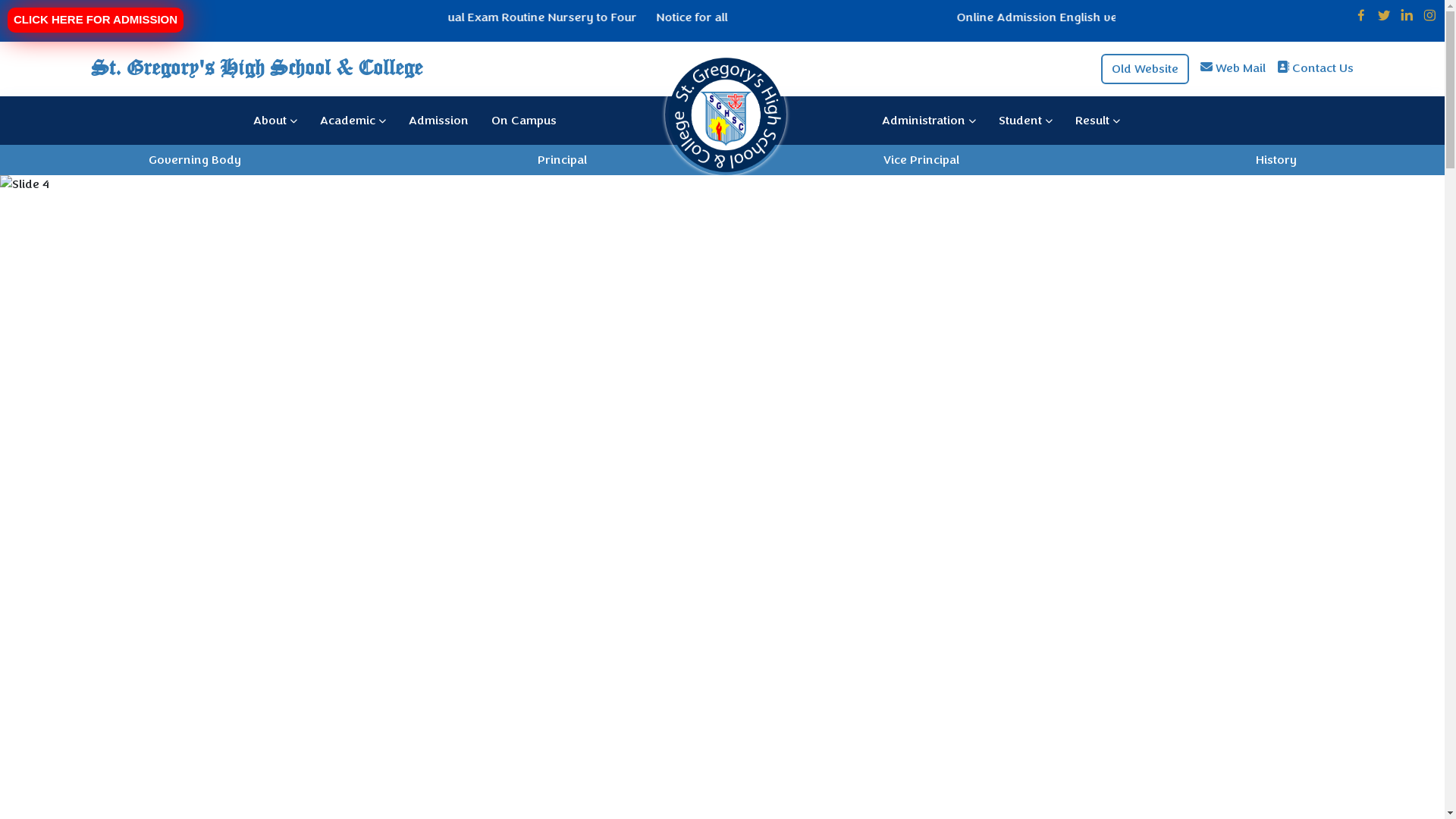 The image size is (1456, 819). What do you see at coordinates (560, 158) in the screenshot?
I see `'Principal'` at bounding box center [560, 158].